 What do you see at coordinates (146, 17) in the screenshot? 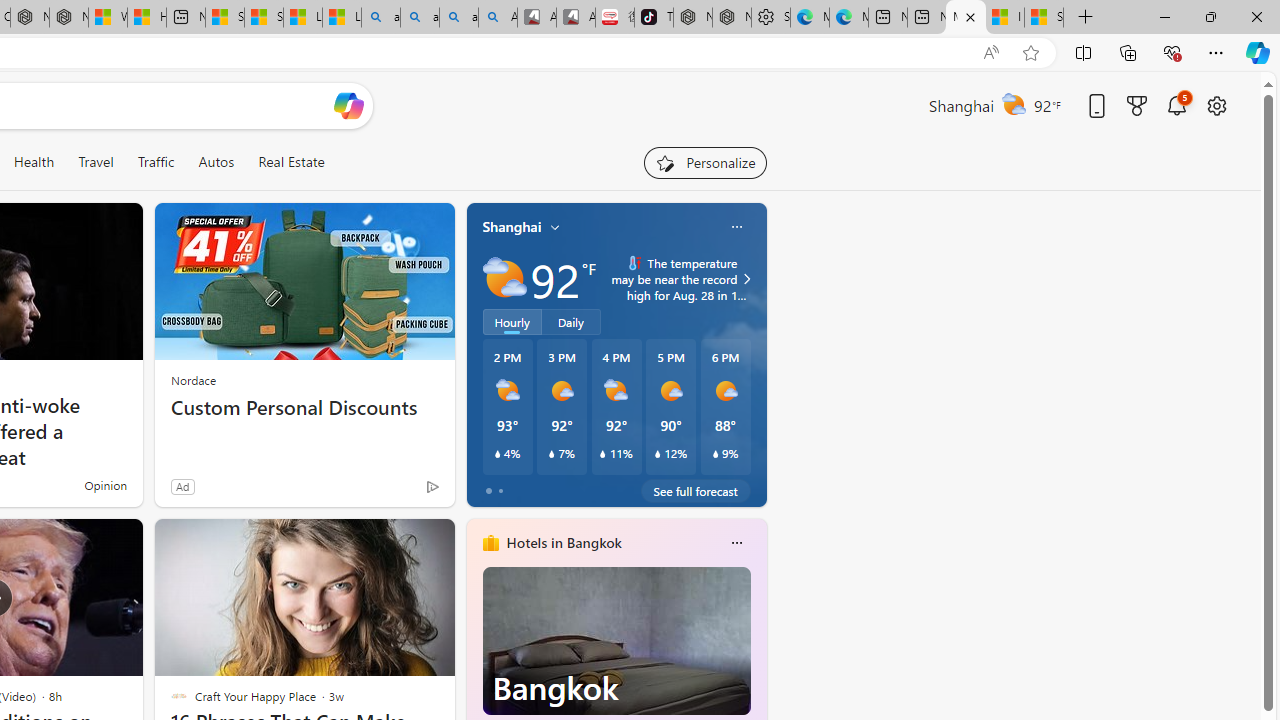
I see `'Huge shark washes ashore at New York City beach | Watch'` at bounding box center [146, 17].